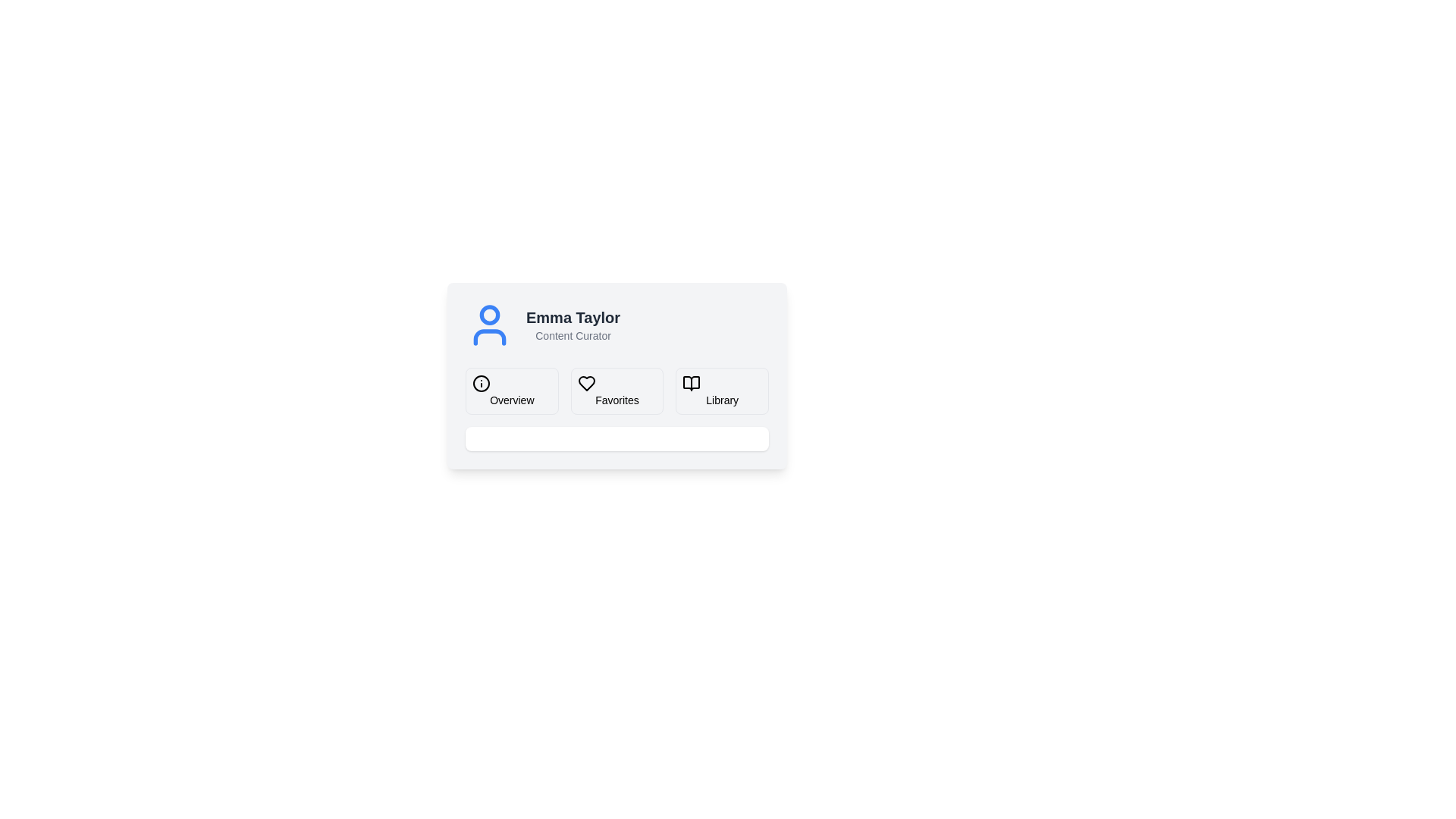 This screenshot has width=1456, height=819. Describe the element at coordinates (480, 382) in the screenshot. I see `the circular 'info' icon located to the left of the text 'Overview' in the Overview section of the user profile card` at that location.